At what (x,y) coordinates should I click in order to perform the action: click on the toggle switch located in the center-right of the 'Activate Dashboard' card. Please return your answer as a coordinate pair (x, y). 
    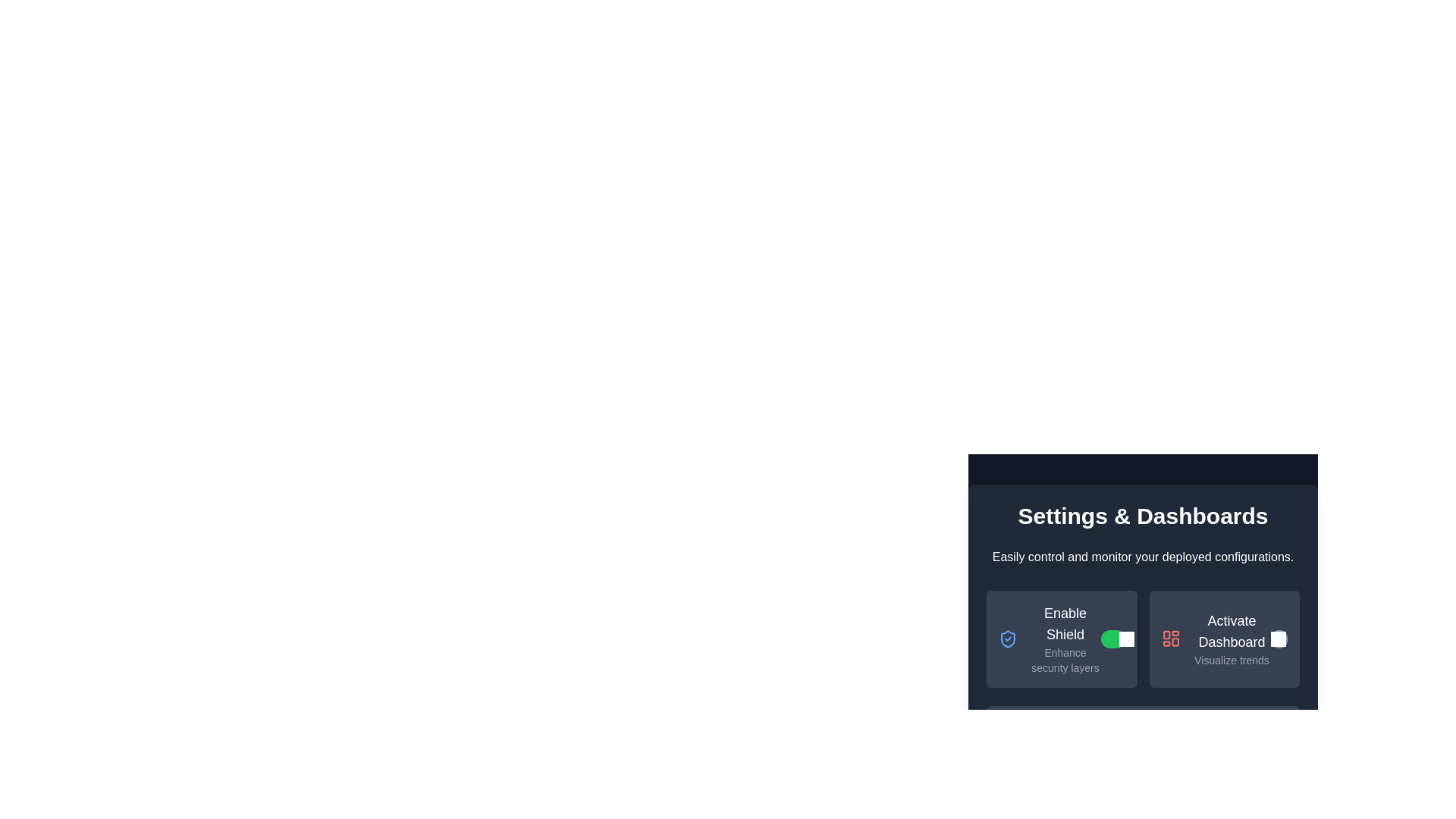
    Looking at the image, I should click on (1278, 639).